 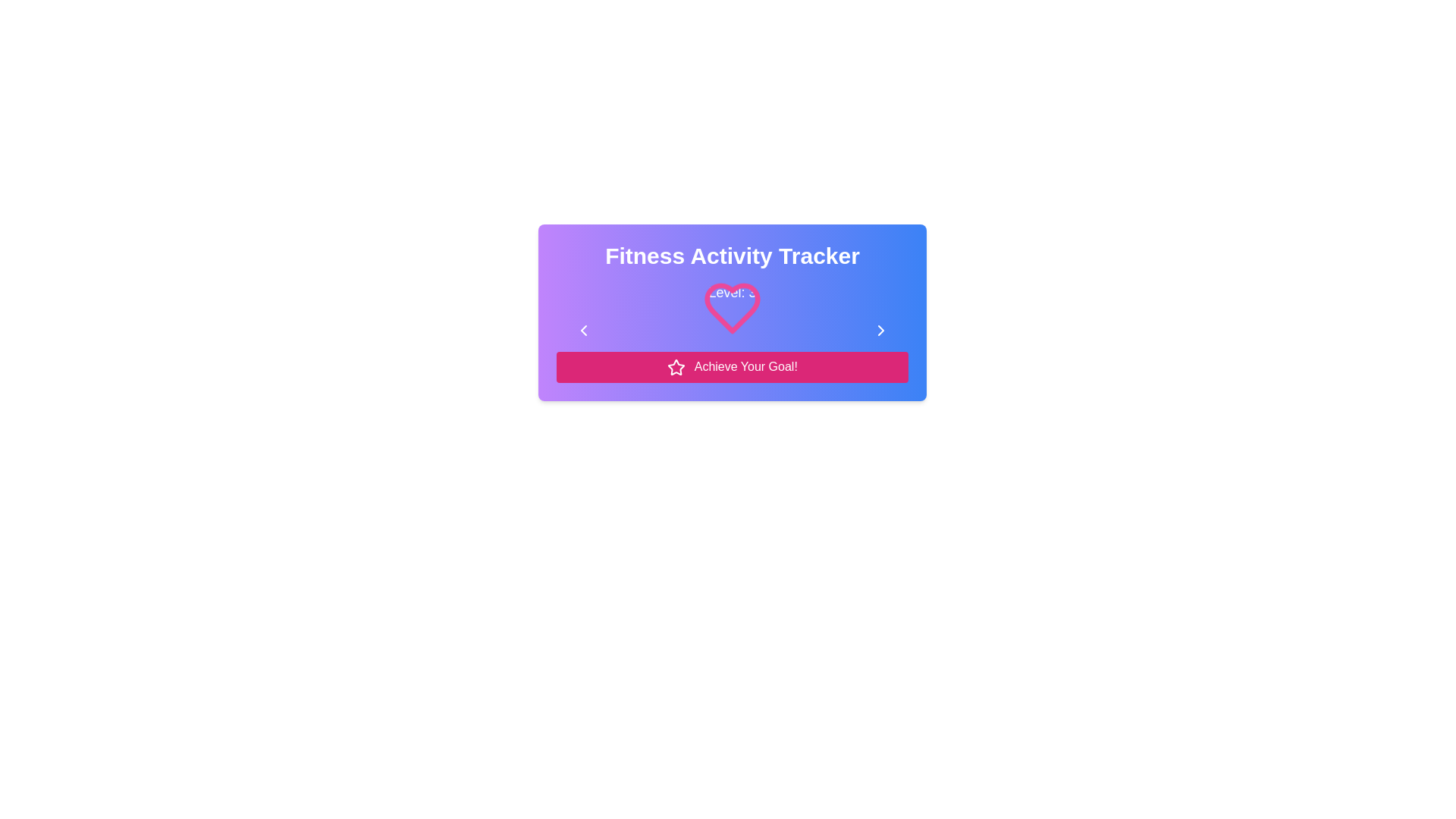 What do you see at coordinates (676, 367) in the screenshot?
I see `the decorative star icon located to the left of the text 'Achieve Your Goal!' within a pink button` at bounding box center [676, 367].